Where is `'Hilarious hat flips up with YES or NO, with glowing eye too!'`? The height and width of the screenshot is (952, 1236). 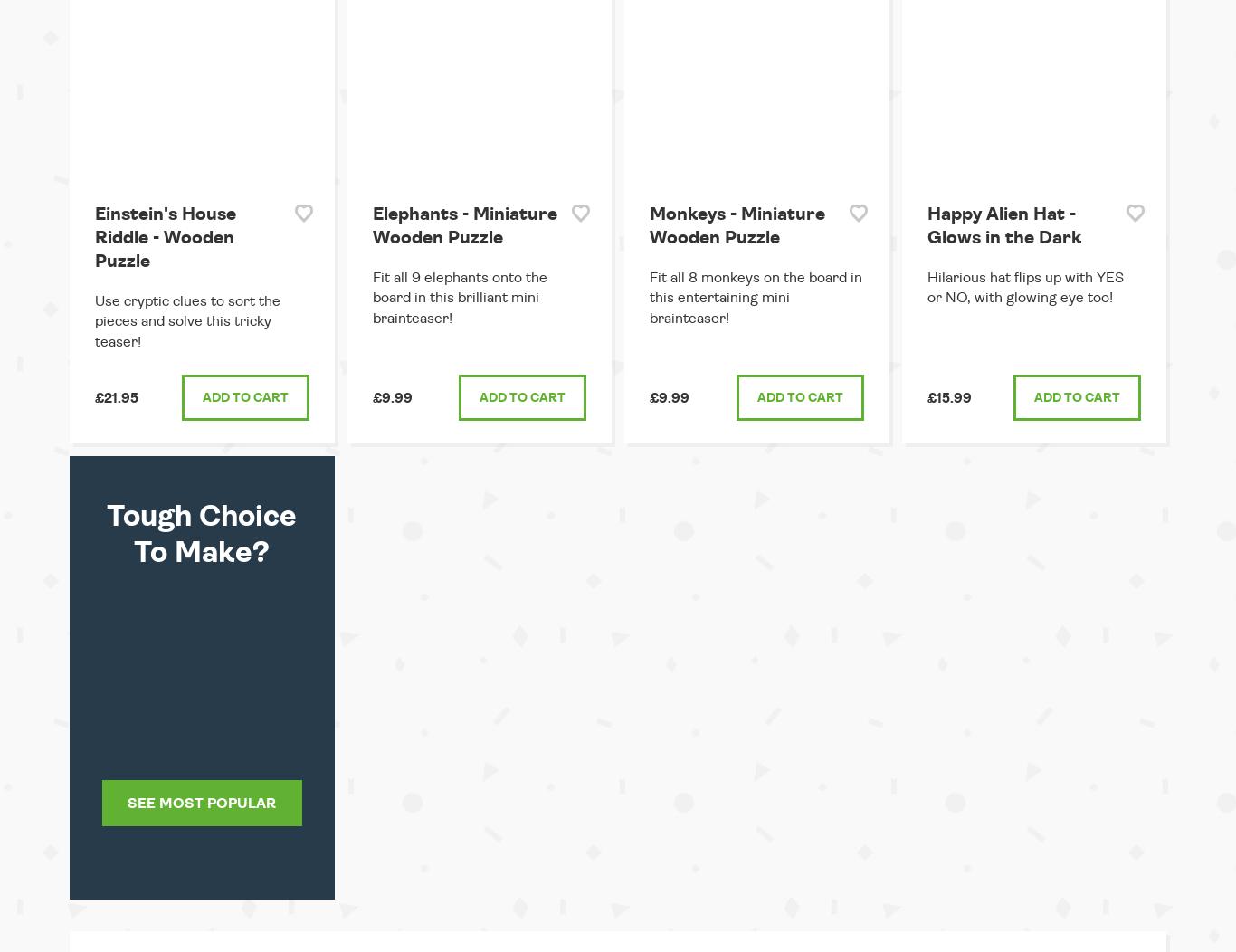
'Hilarious hat flips up with YES or NO, with glowing eye too!' is located at coordinates (926, 286).